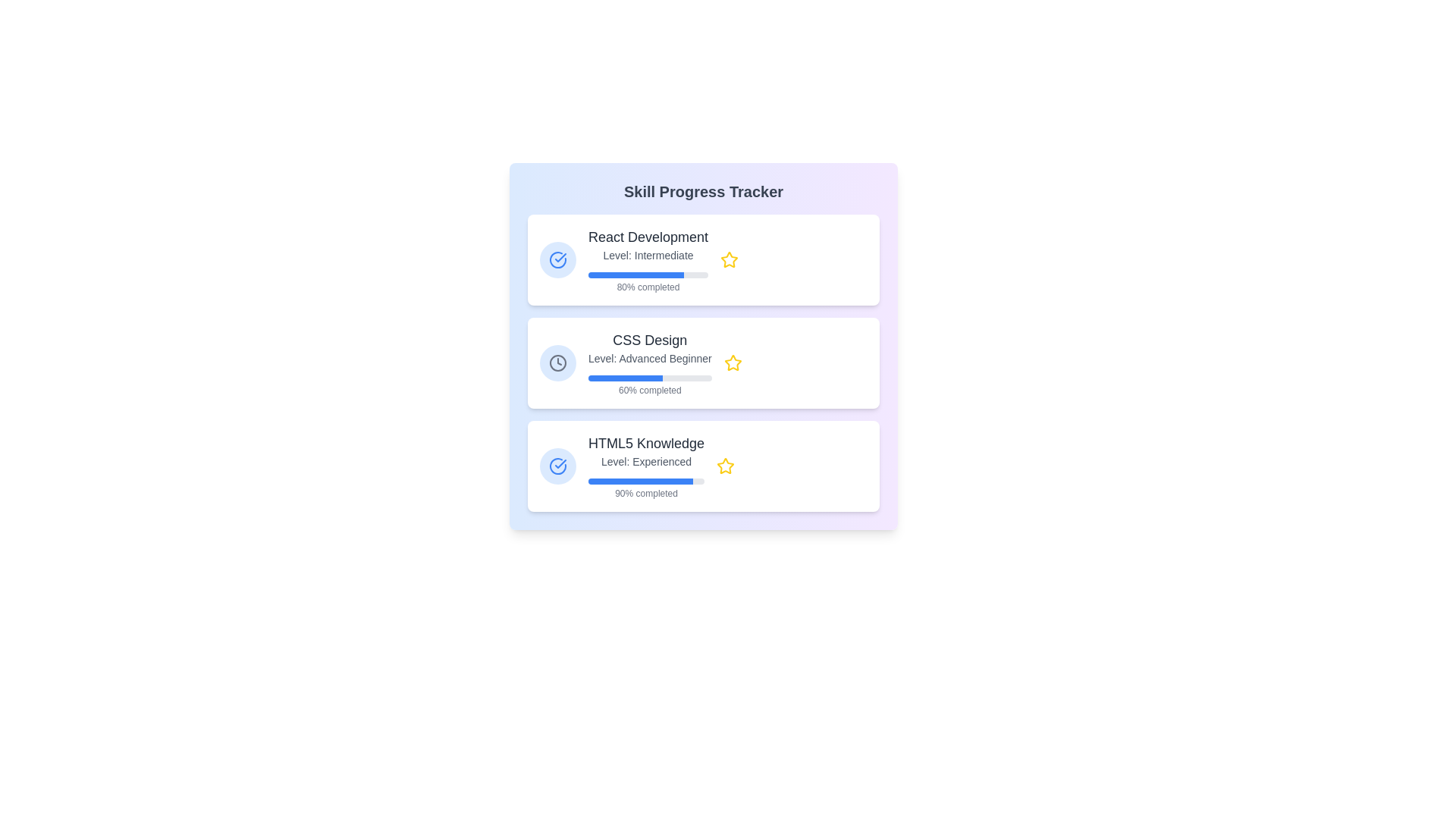  What do you see at coordinates (646, 461) in the screenshot?
I see `text label indicating the skill level "Experienced" for the skill "HTML5 Knowledge" located below the title in the box labeled "HTML5 Knowledge"` at bounding box center [646, 461].